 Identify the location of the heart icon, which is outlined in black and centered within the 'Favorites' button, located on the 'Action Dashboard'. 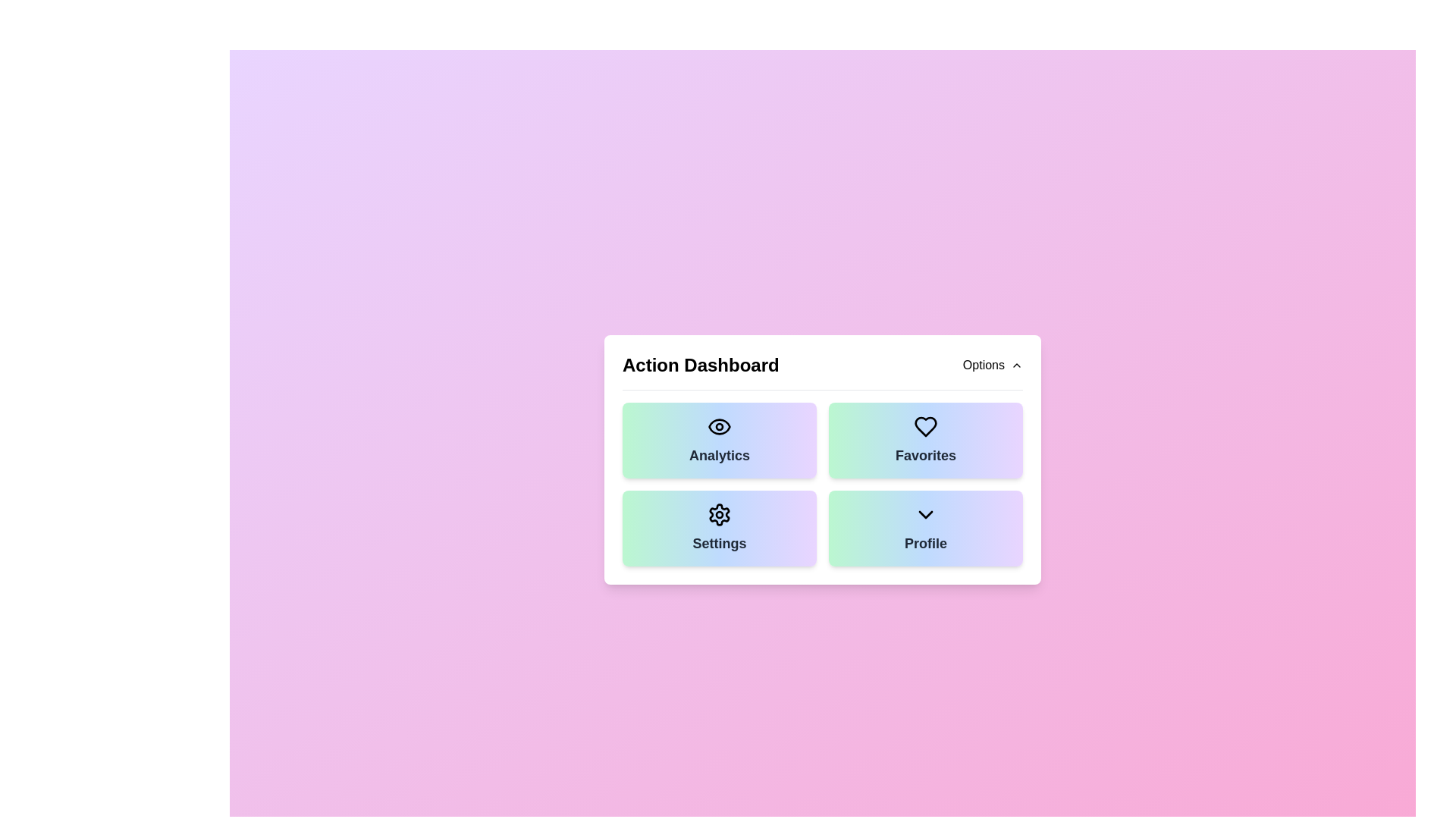
(924, 426).